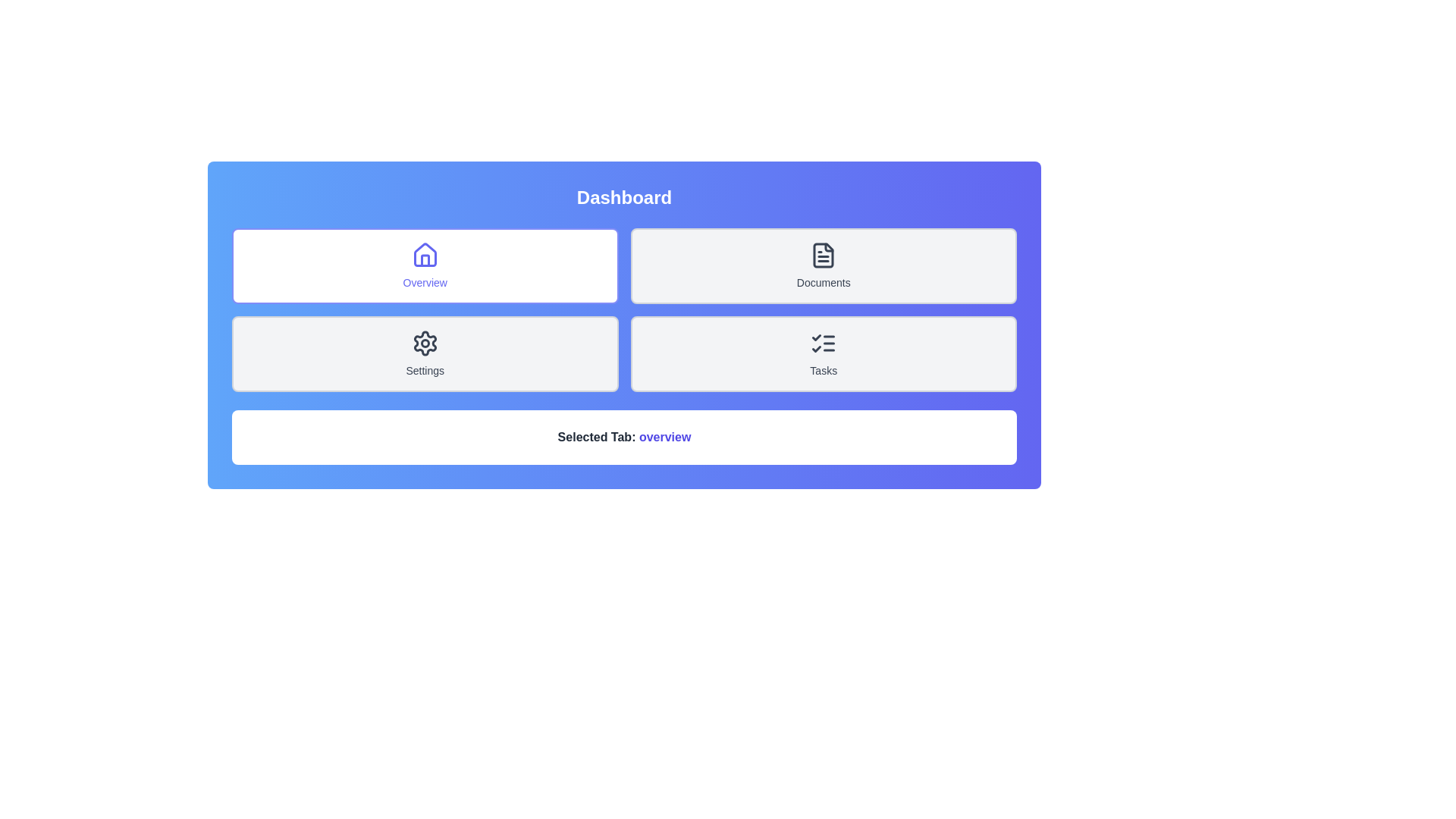 This screenshot has height=819, width=1456. I want to click on the text label that displays the currently selected tab or section, located at the bottom of the interface beneath the navigation buttons, which has a white background and rounded corners, so click(624, 438).